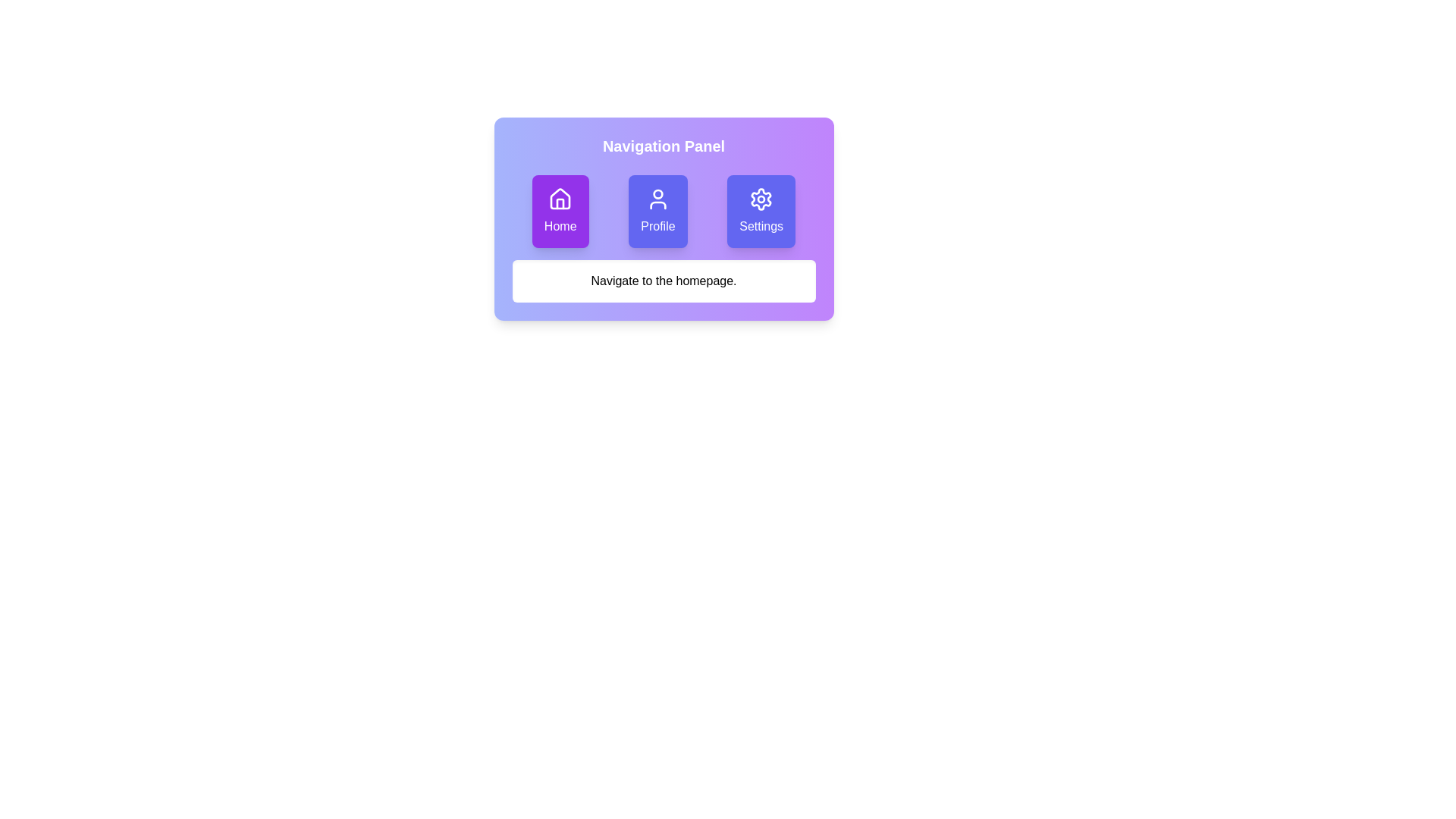  What do you see at coordinates (560, 211) in the screenshot?
I see `the Home button to explore its hover effect` at bounding box center [560, 211].